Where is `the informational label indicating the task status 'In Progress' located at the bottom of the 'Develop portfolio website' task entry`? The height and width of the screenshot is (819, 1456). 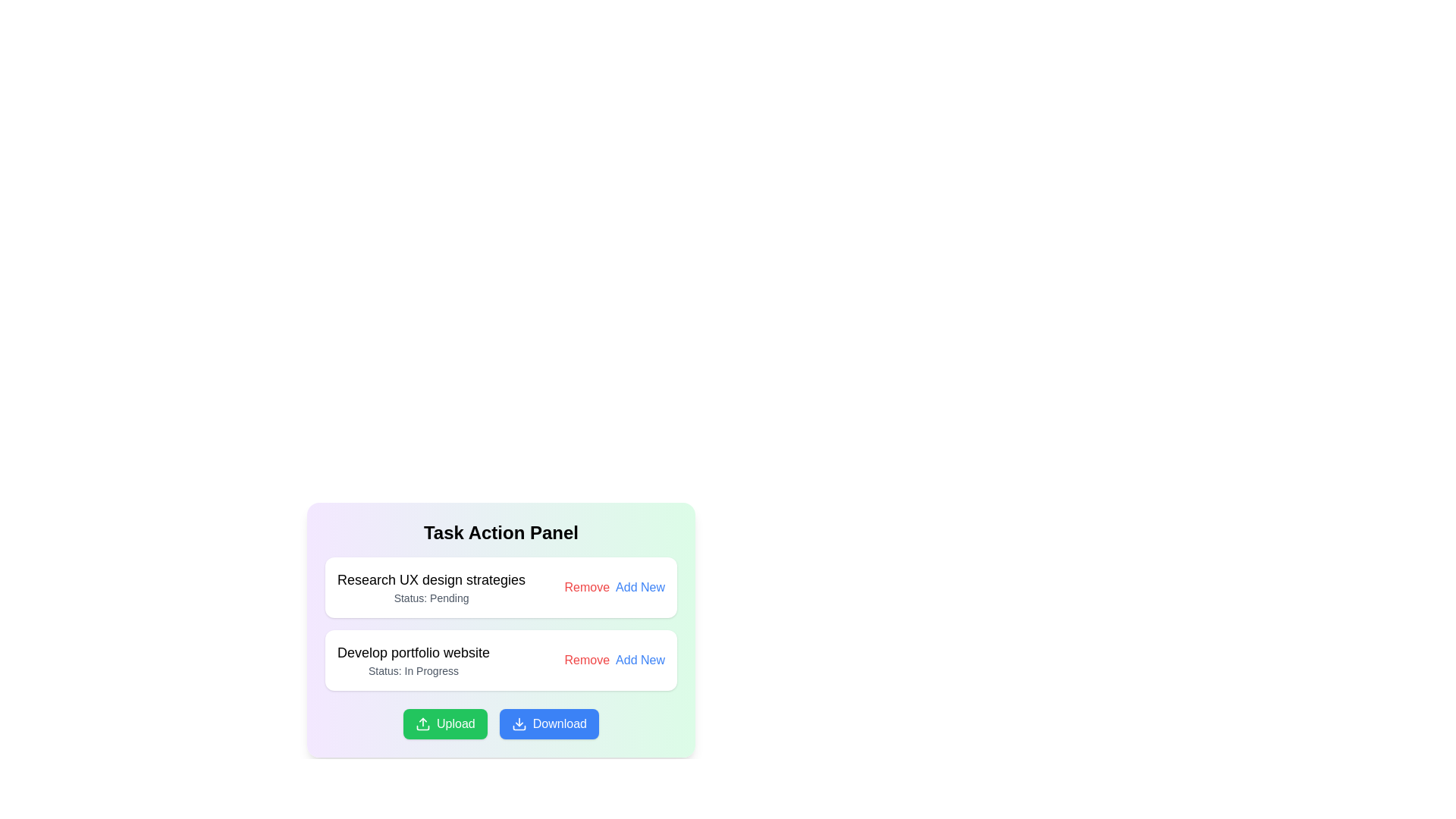 the informational label indicating the task status 'In Progress' located at the bottom of the 'Develop portfolio website' task entry is located at coordinates (413, 670).